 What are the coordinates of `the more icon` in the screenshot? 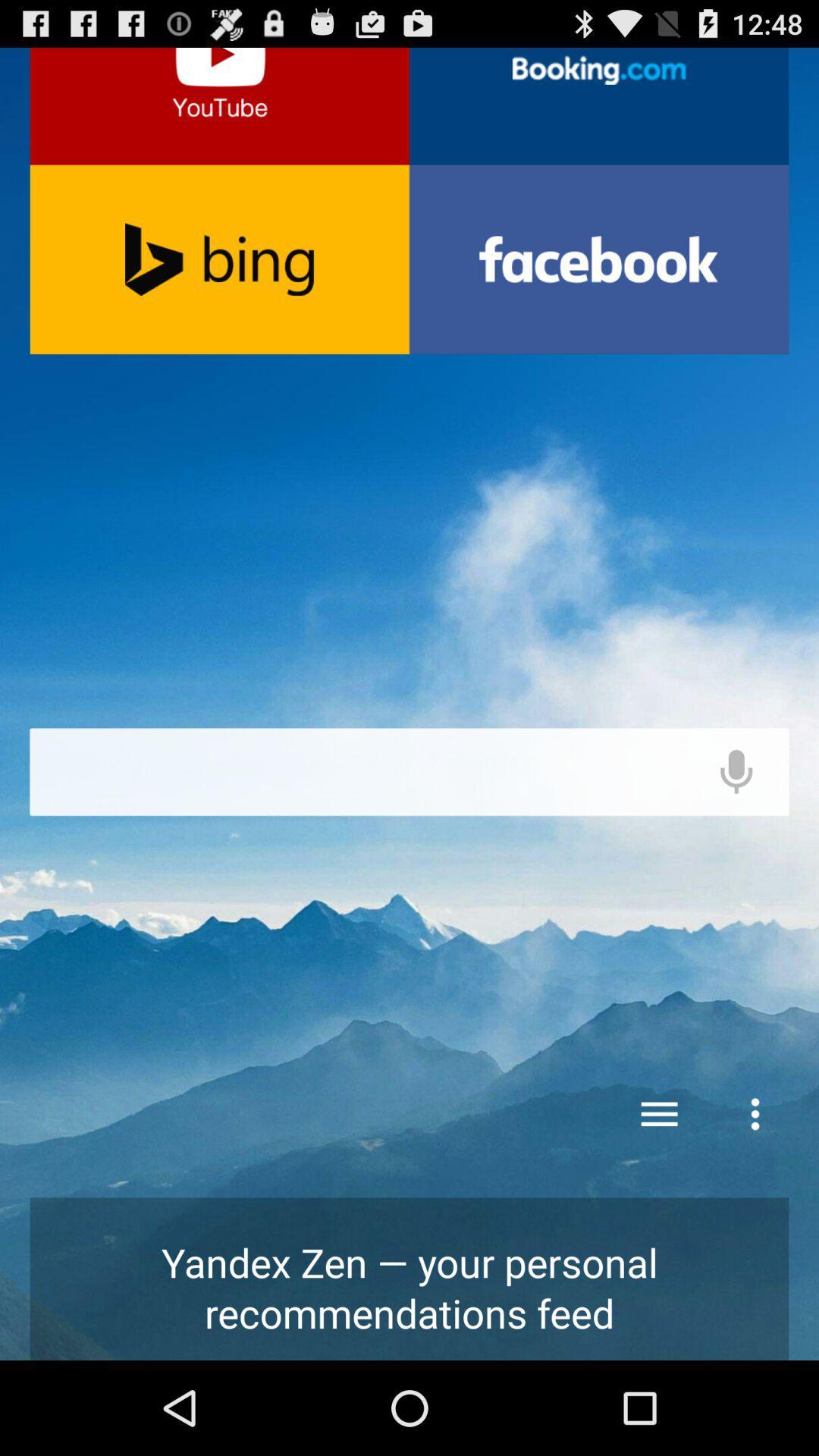 It's located at (755, 1169).